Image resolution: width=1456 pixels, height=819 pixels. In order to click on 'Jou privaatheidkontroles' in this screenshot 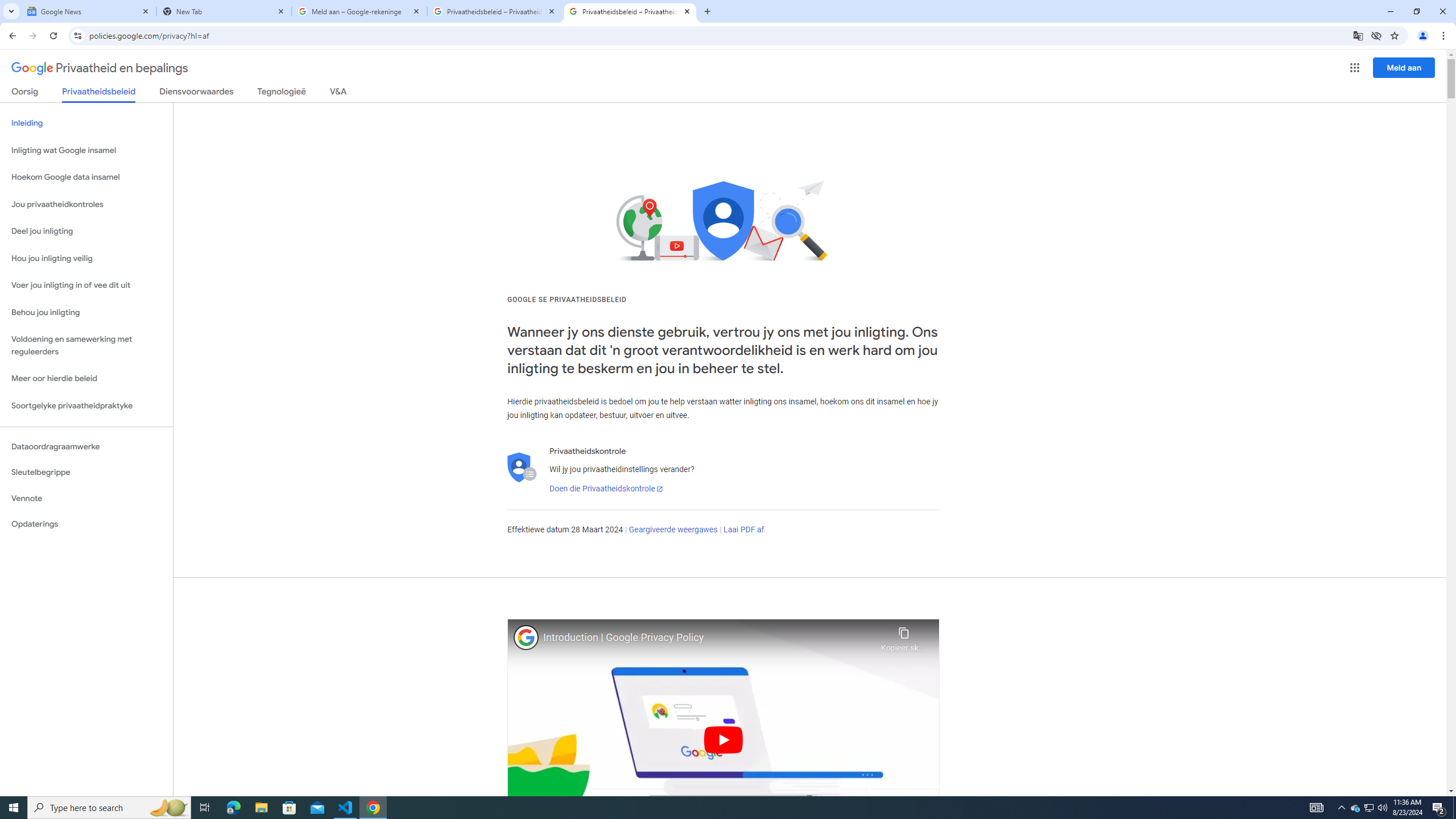, I will do `click(86, 205)`.